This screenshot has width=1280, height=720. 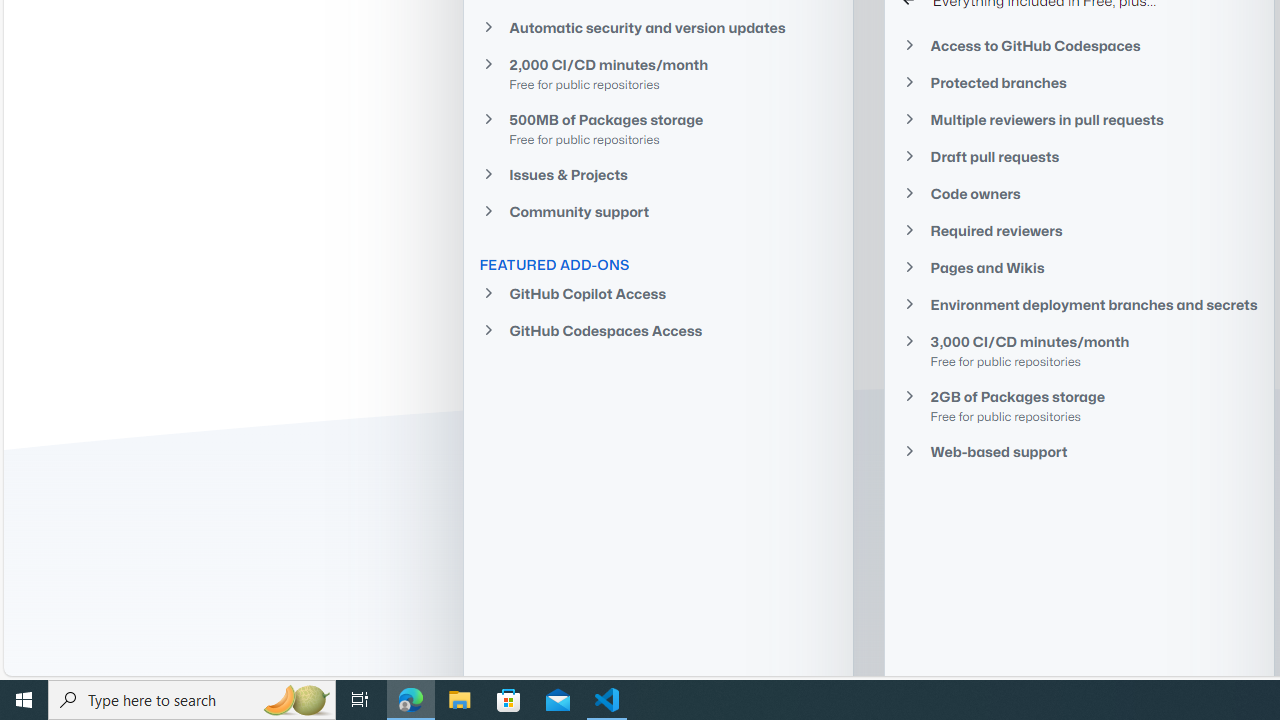 What do you see at coordinates (1078, 229) in the screenshot?
I see `'Required reviewers'` at bounding box center [1078, 229].